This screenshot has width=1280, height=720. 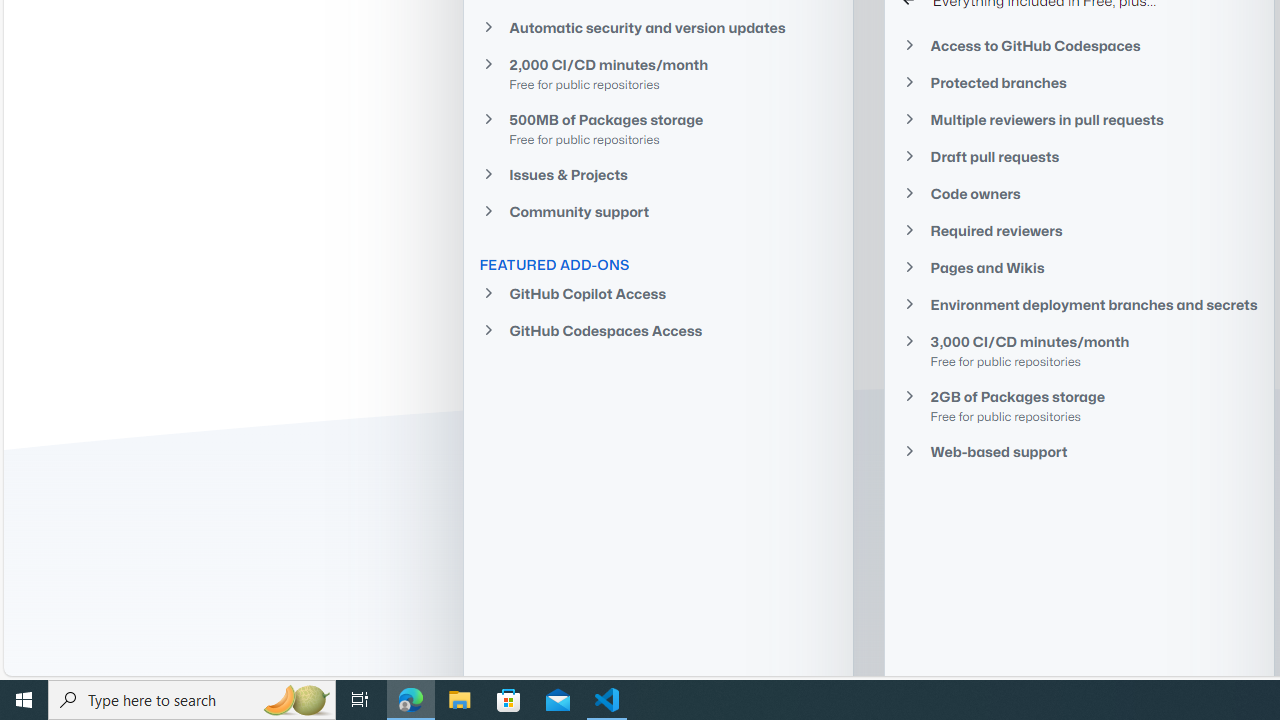 What do you see at coordinates (1078, 229) in the screenshot?
I see `'Required reviewers'` at bounding box center [1078, 229].